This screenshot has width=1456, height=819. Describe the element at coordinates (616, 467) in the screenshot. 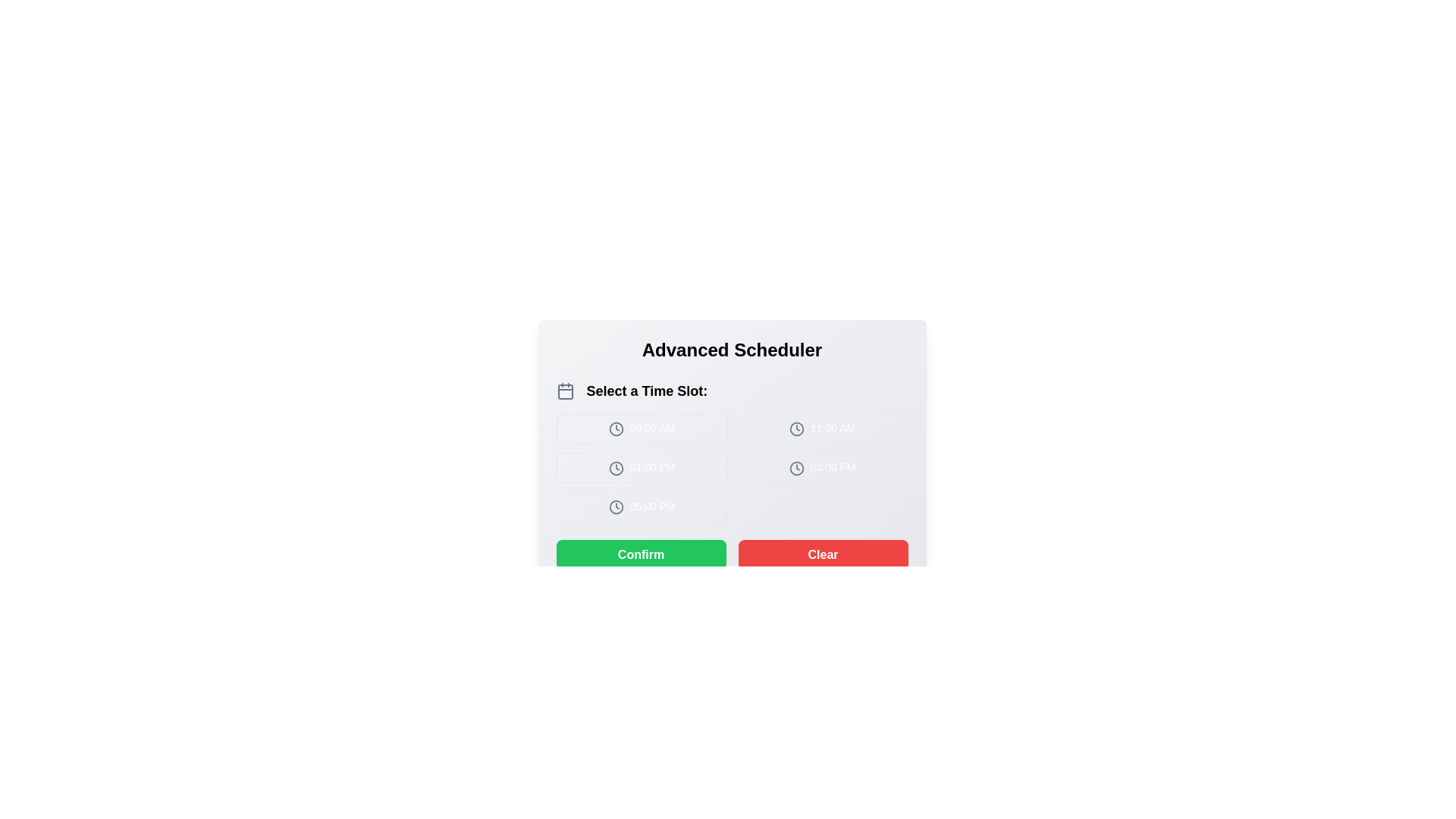

I see `the decorative icon located in the second row of the time slot selection section, to the left of the text '01:00 PM'. This icon enhances the visual representation of the associated time slot` at that location.